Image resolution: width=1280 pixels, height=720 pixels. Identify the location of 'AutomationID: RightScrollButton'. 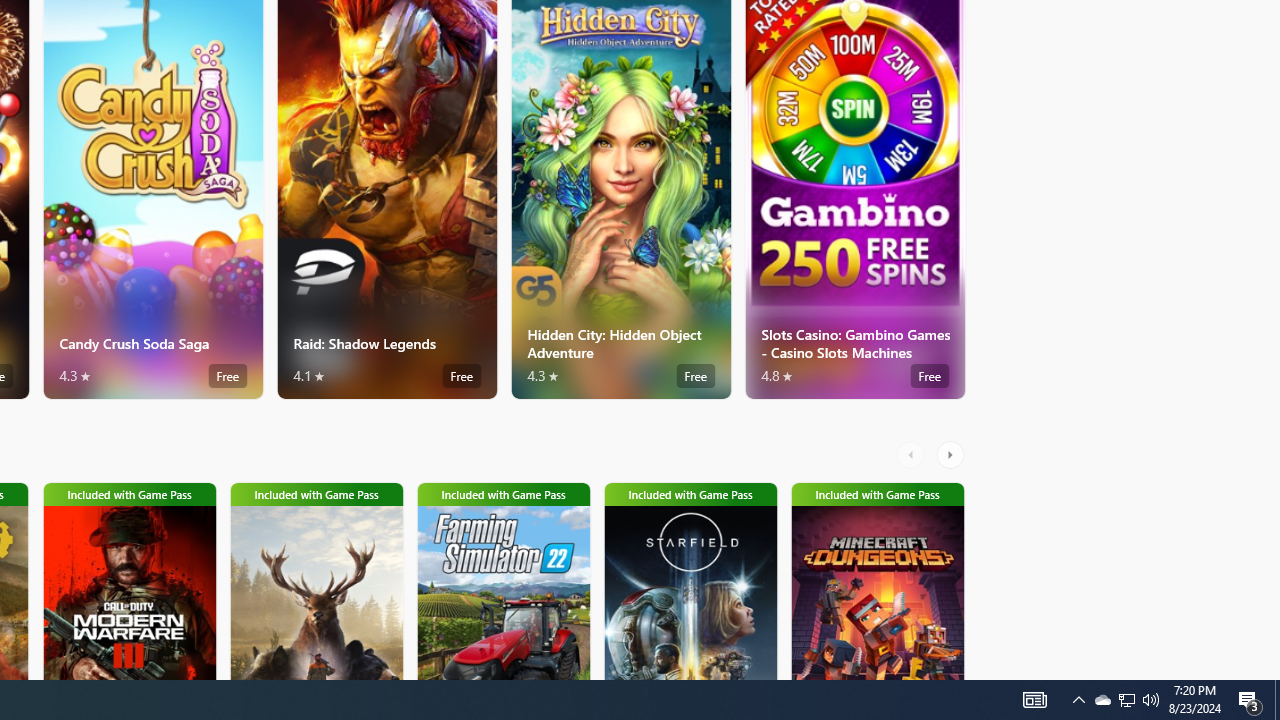
(951, 455).